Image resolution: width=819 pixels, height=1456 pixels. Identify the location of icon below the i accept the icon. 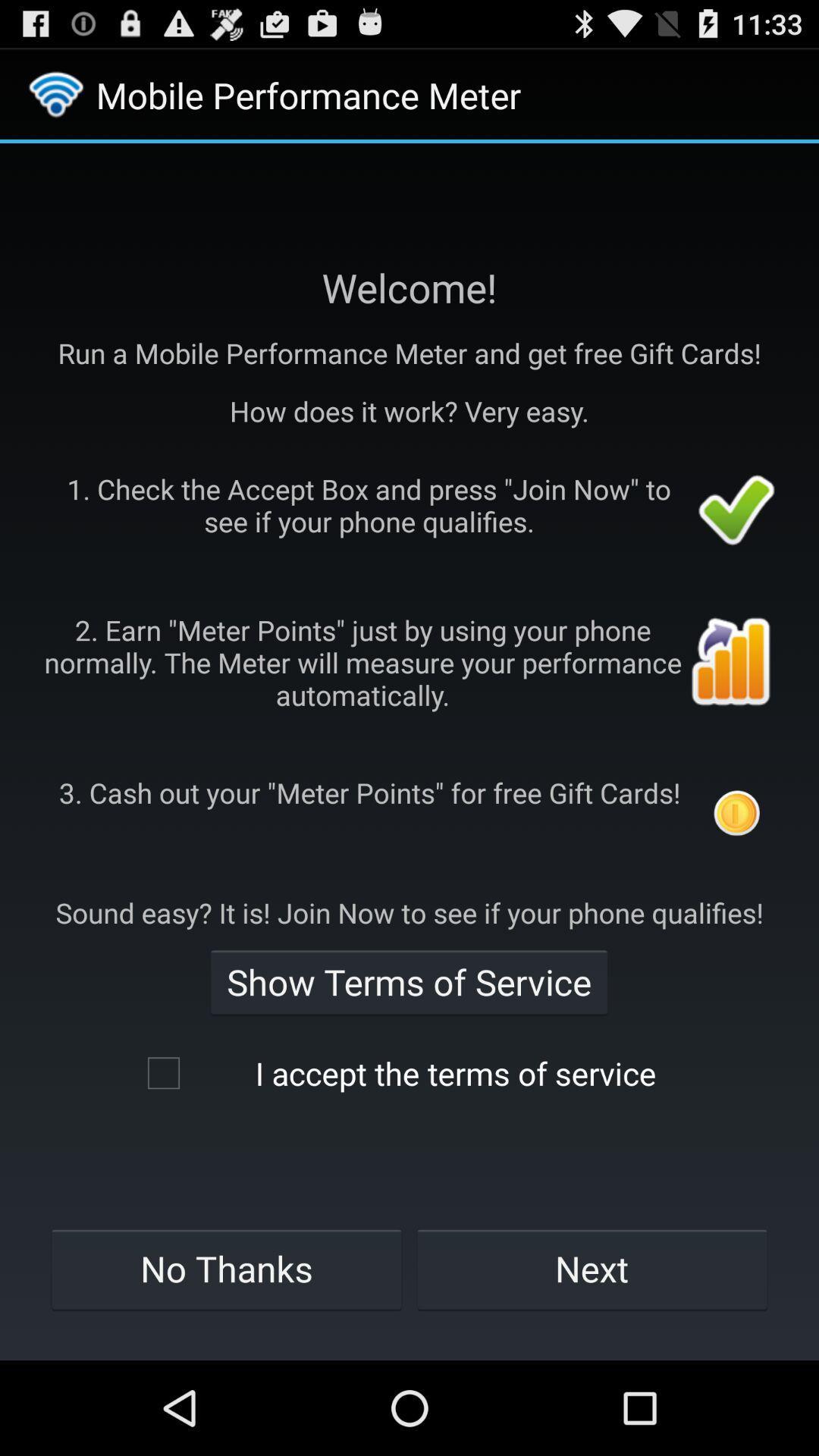
(226, 1269).